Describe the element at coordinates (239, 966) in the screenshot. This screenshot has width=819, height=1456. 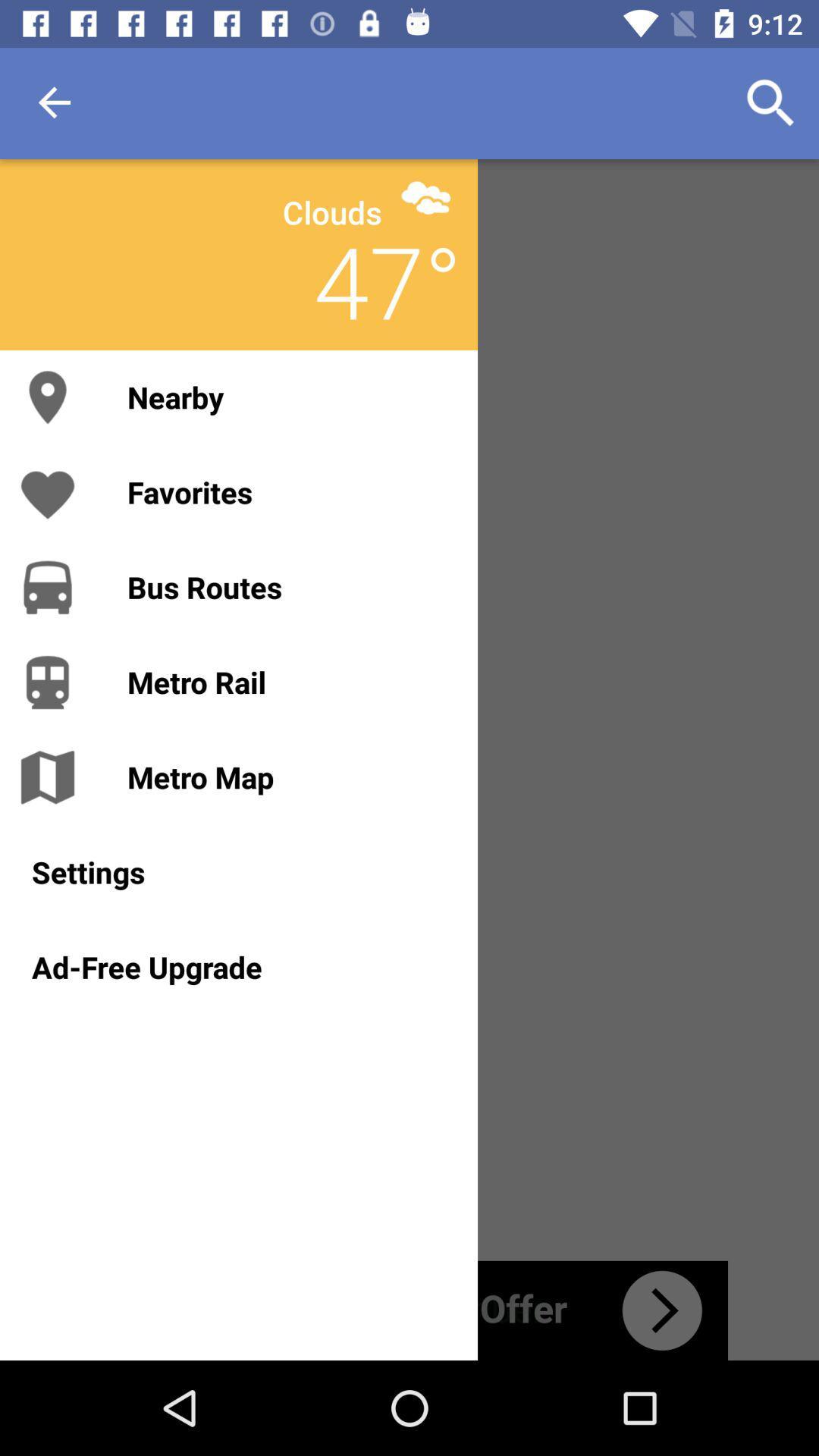
I see `icon below the settings` at that location.